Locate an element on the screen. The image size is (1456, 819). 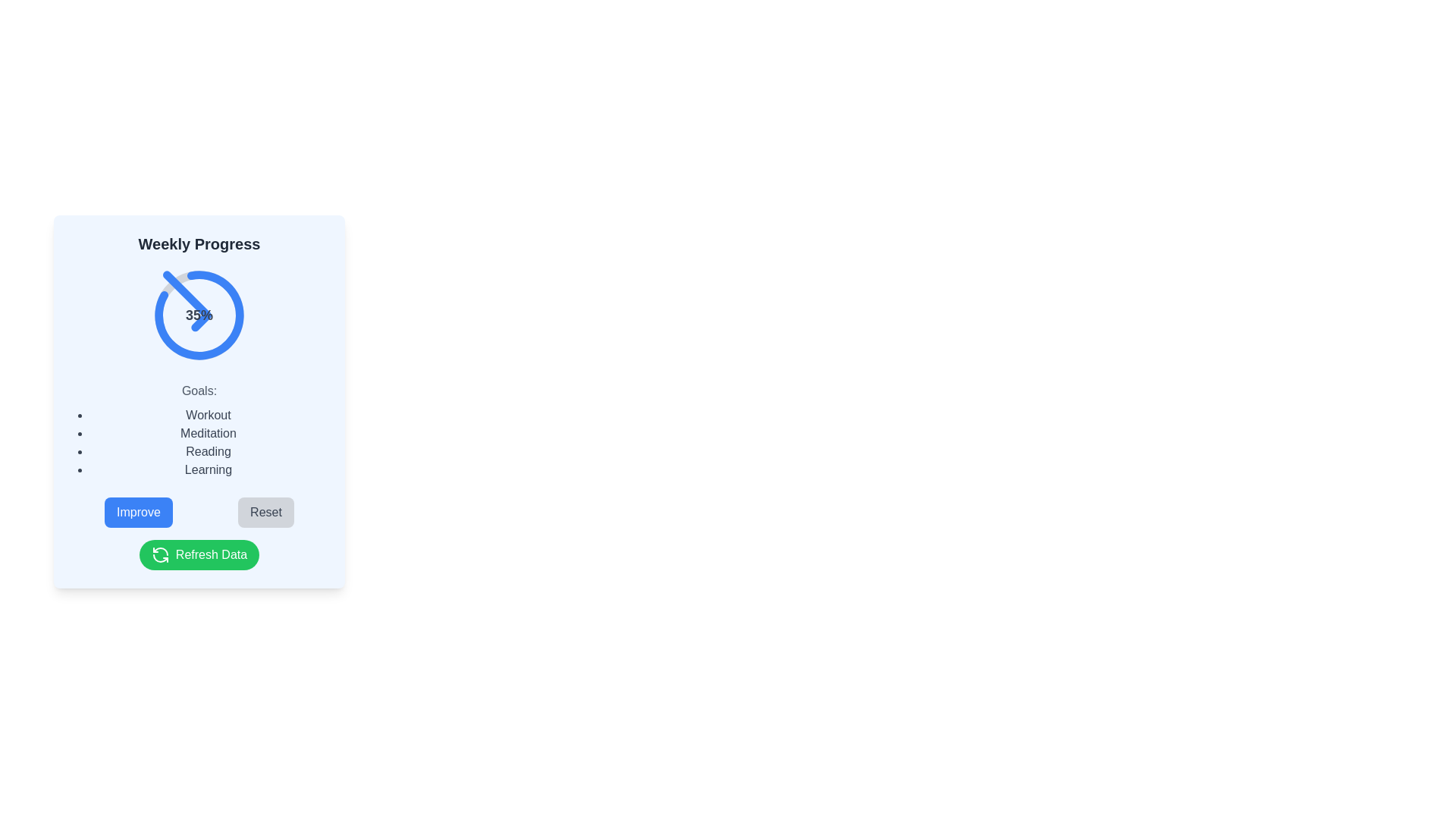
the static text label displaying the progress value within the circular progress indicator of the 'Weekly Progress' card is located at coordinates (199, 315).